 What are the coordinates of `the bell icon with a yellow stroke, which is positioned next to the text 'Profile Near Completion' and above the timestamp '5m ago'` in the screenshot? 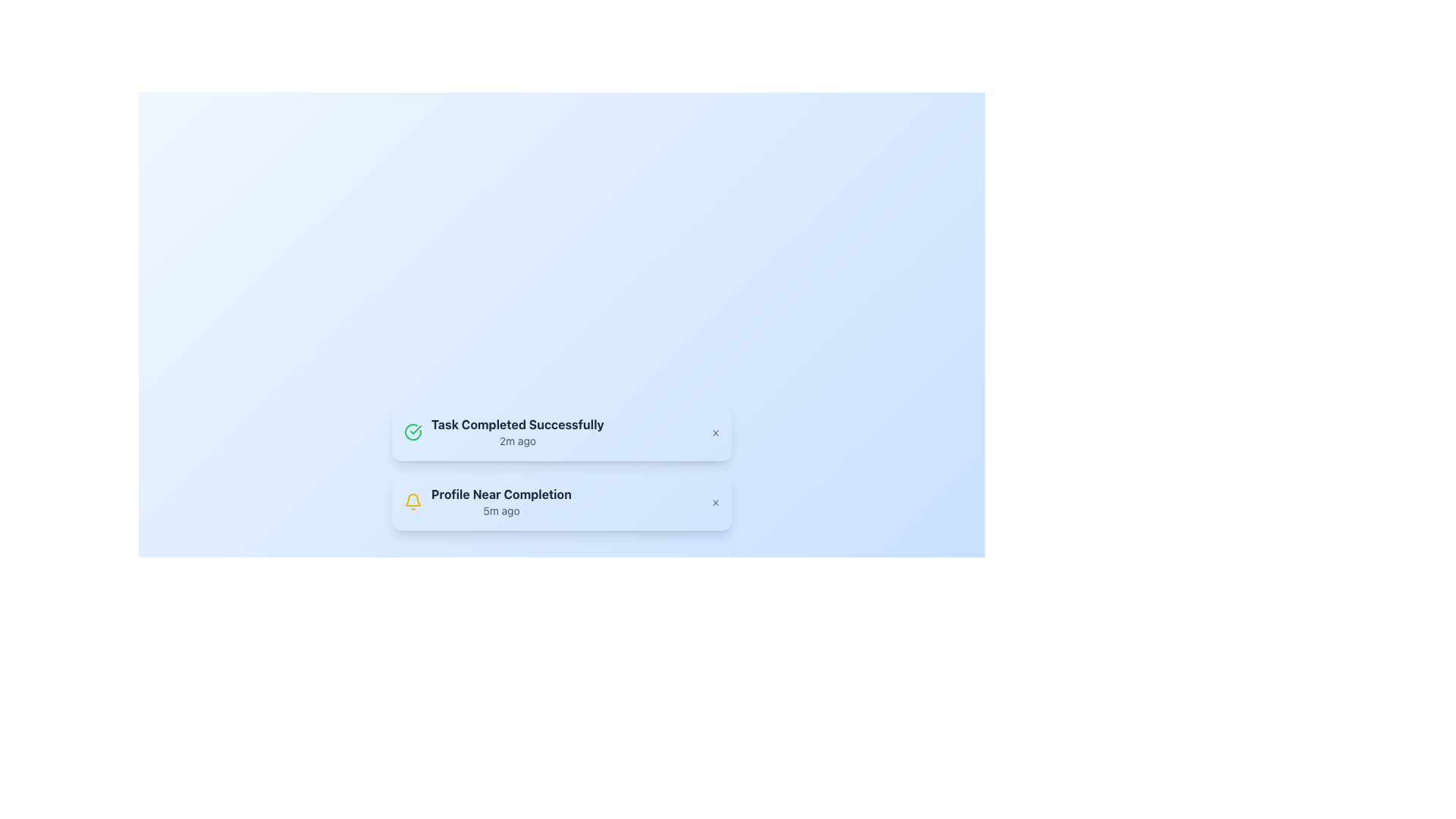 It's located at (413, 502).